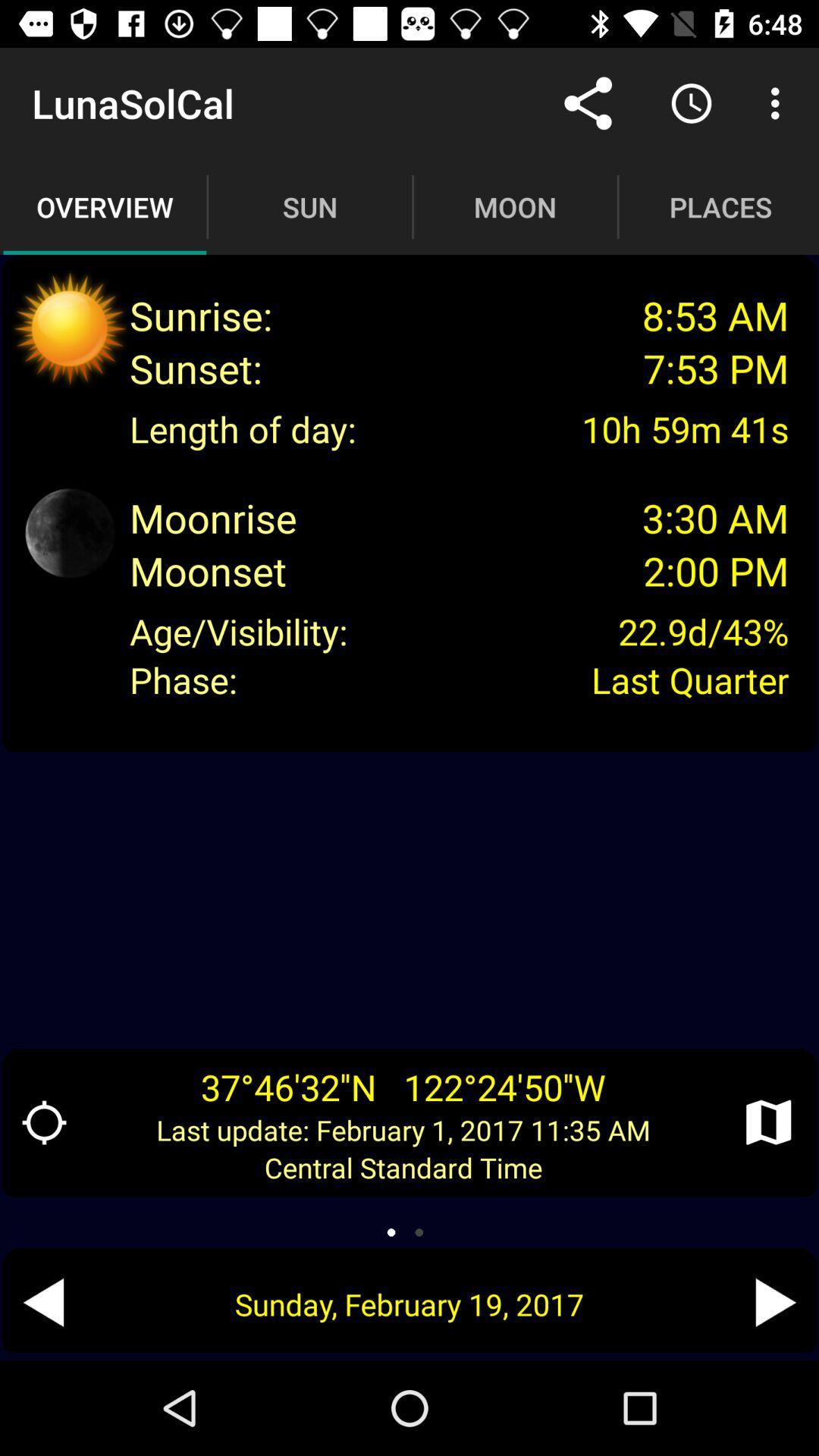 This screenshot has height=1456, width=819. What do you see at coordinates (42, 1301) in the screenshot?
I see `the arrow_backward icon` at bounding box center [42, 1301].